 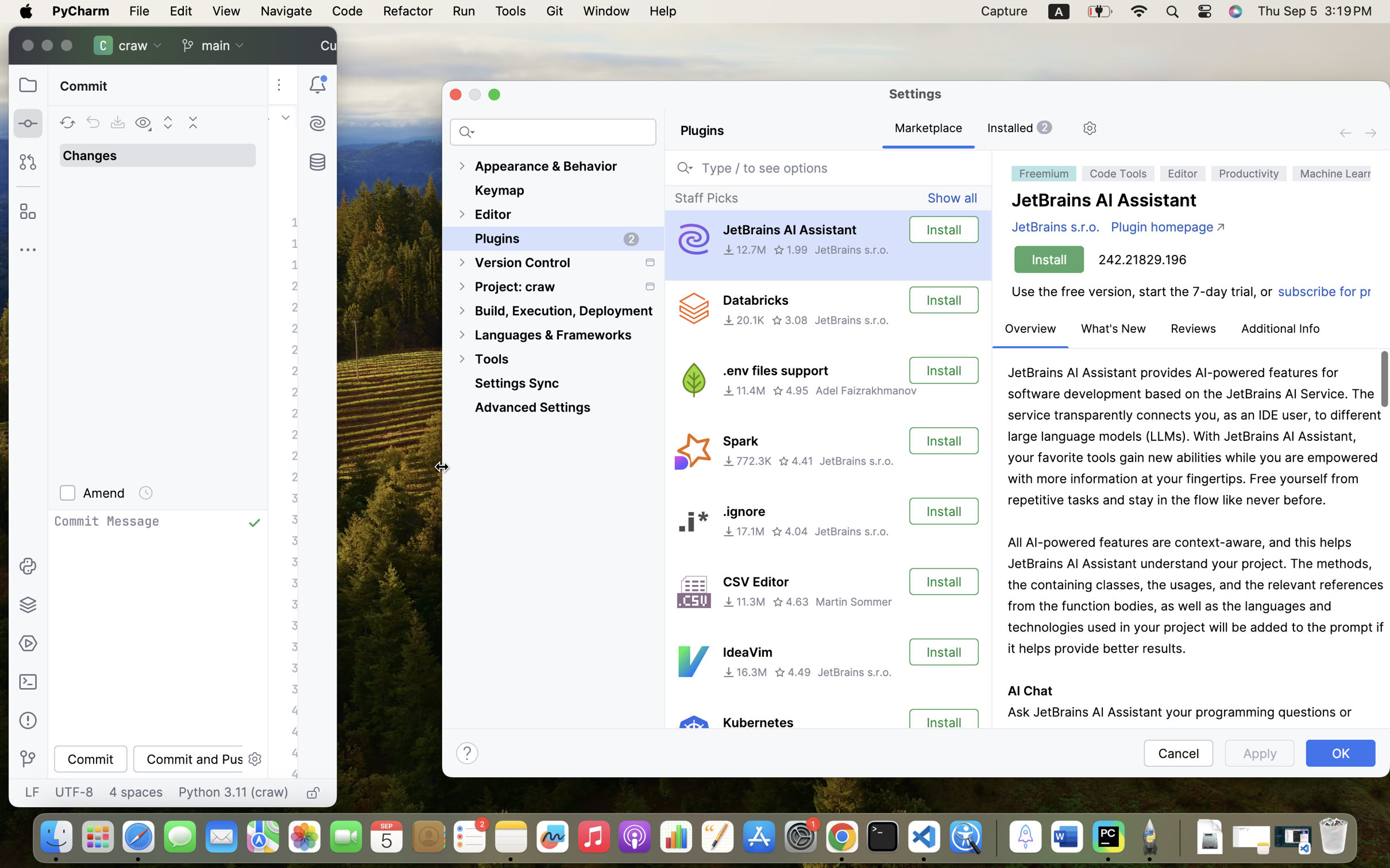 I want to click on '4.49', so click(x=792, y=671).